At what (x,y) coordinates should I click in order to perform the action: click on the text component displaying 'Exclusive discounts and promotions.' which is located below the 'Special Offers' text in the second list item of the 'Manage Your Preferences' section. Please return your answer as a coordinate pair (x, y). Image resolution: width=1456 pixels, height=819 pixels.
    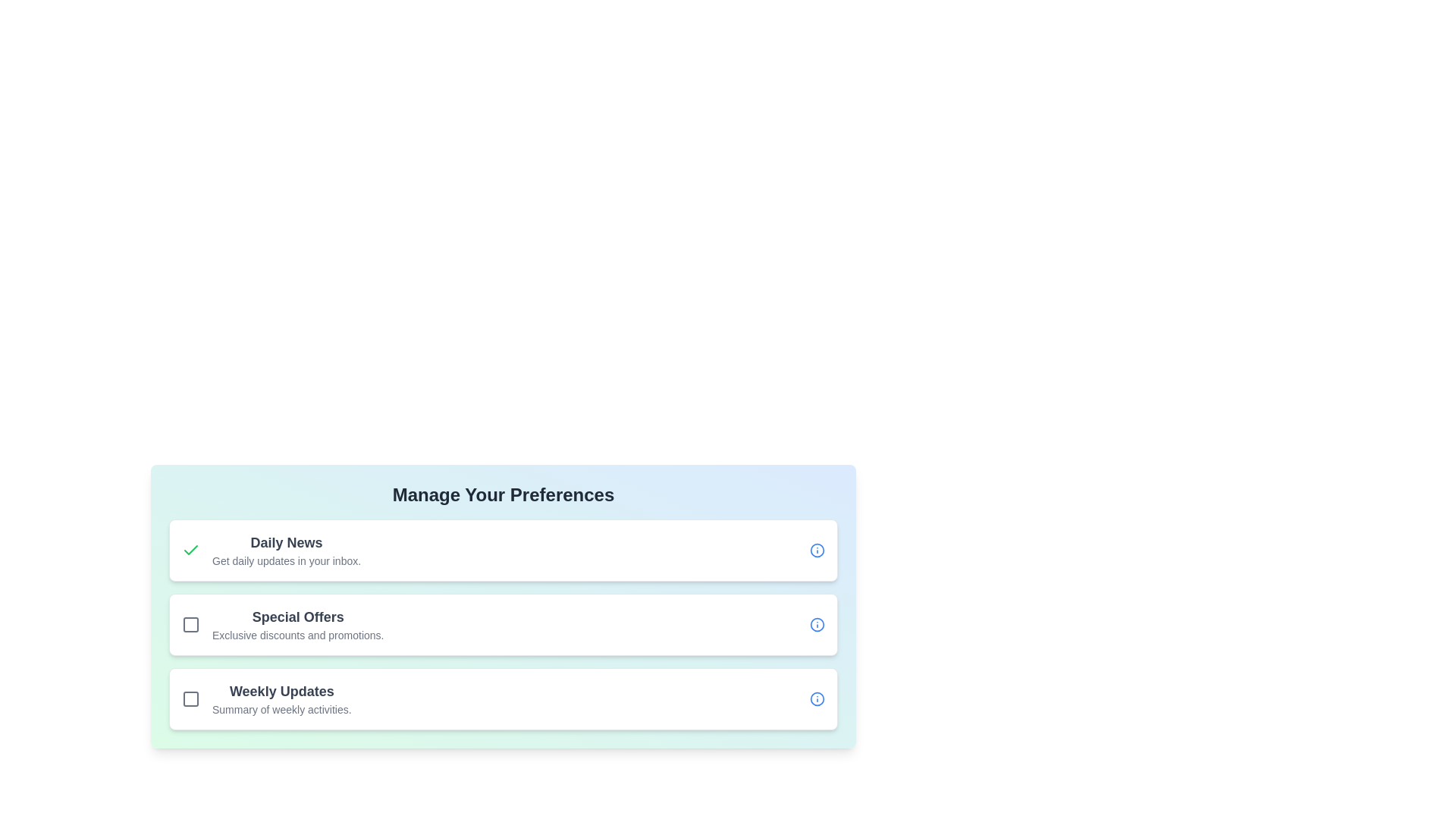
    Looking at the image, I should click on (298, 635).